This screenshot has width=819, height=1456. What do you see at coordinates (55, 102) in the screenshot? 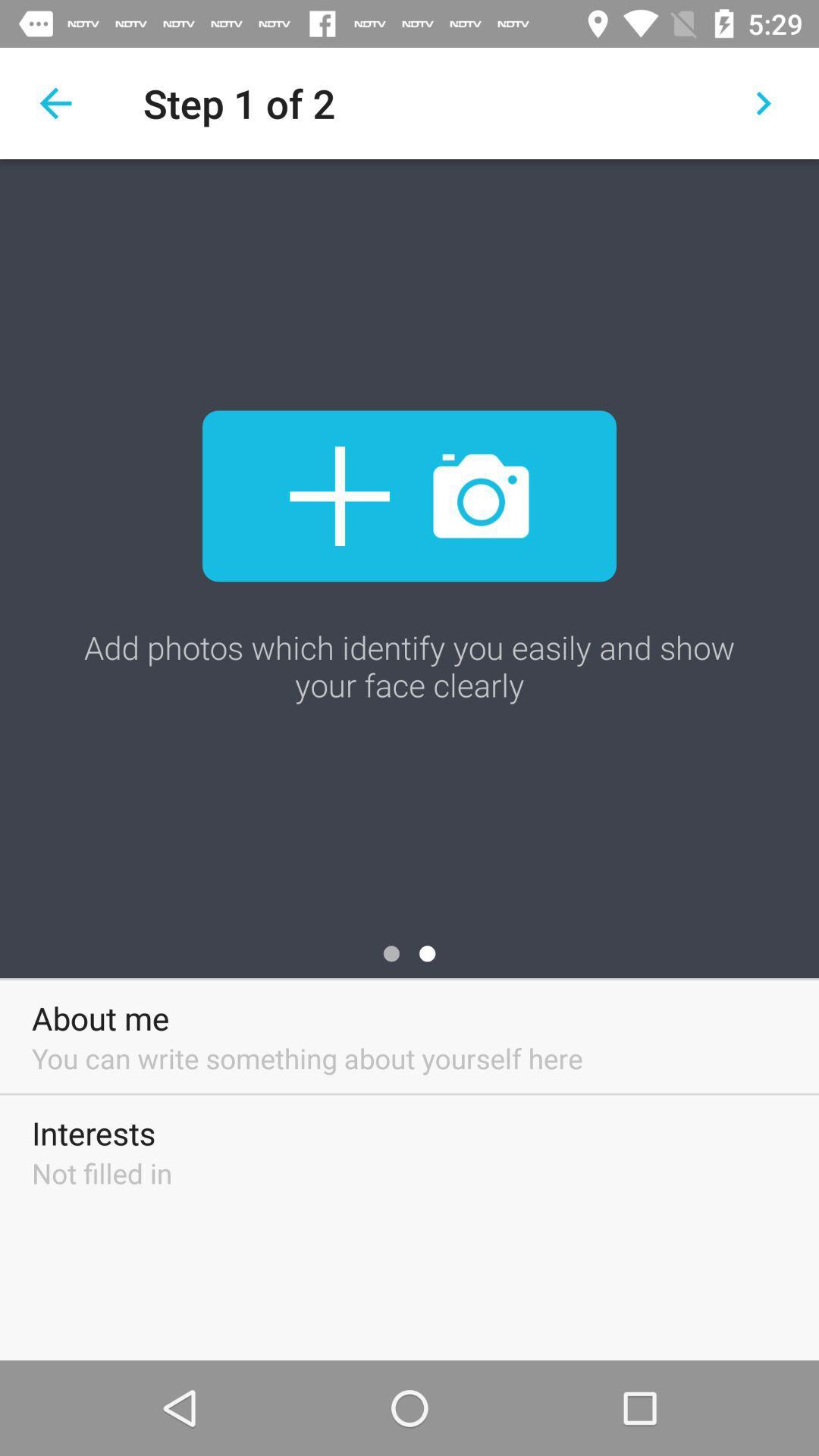
I see `the item above add photos which` at bounding box center [55, 102].